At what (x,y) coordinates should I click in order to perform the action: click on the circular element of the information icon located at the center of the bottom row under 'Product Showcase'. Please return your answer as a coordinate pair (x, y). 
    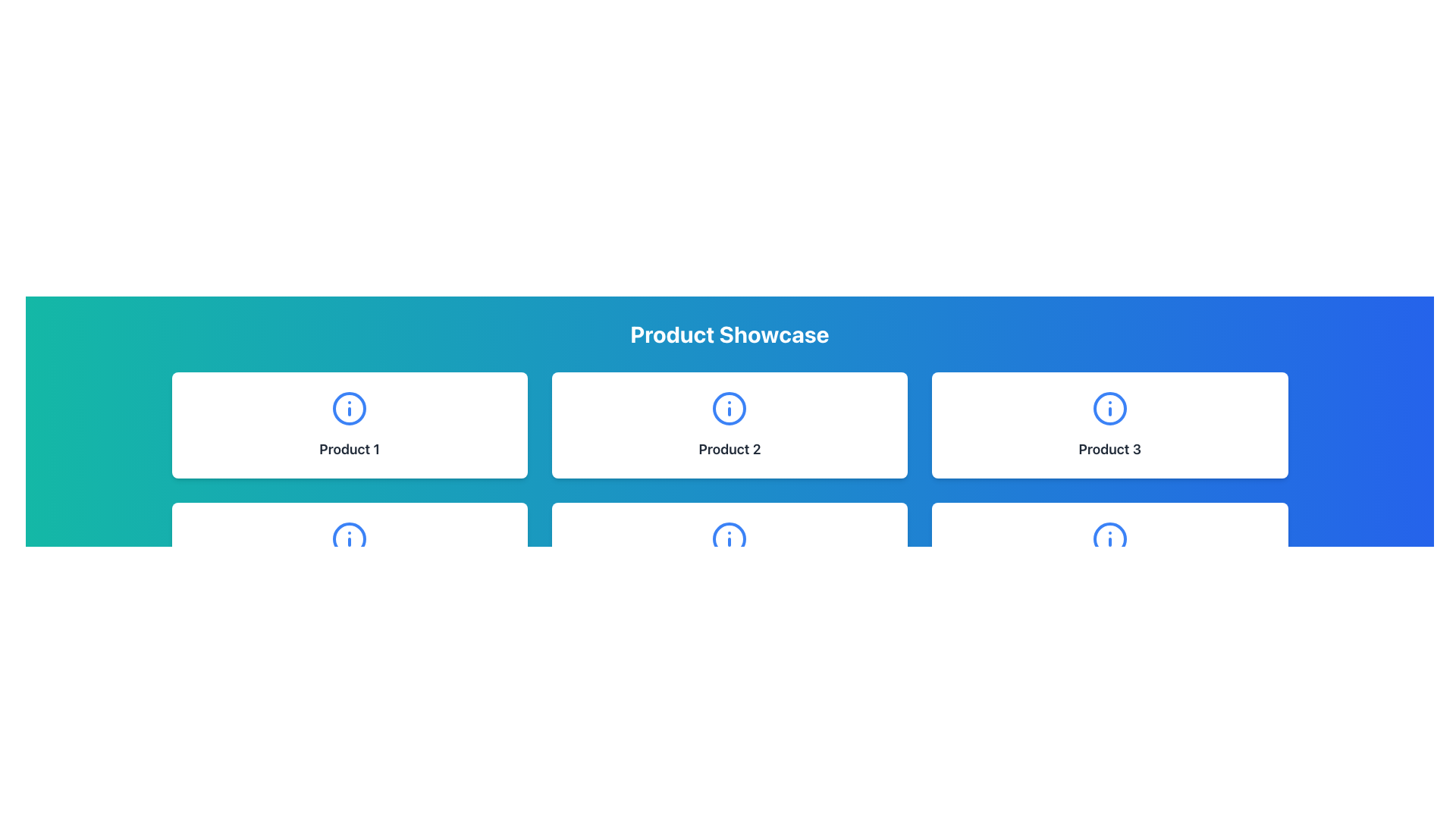
    Looking at the image, I should click on (1109, 538).